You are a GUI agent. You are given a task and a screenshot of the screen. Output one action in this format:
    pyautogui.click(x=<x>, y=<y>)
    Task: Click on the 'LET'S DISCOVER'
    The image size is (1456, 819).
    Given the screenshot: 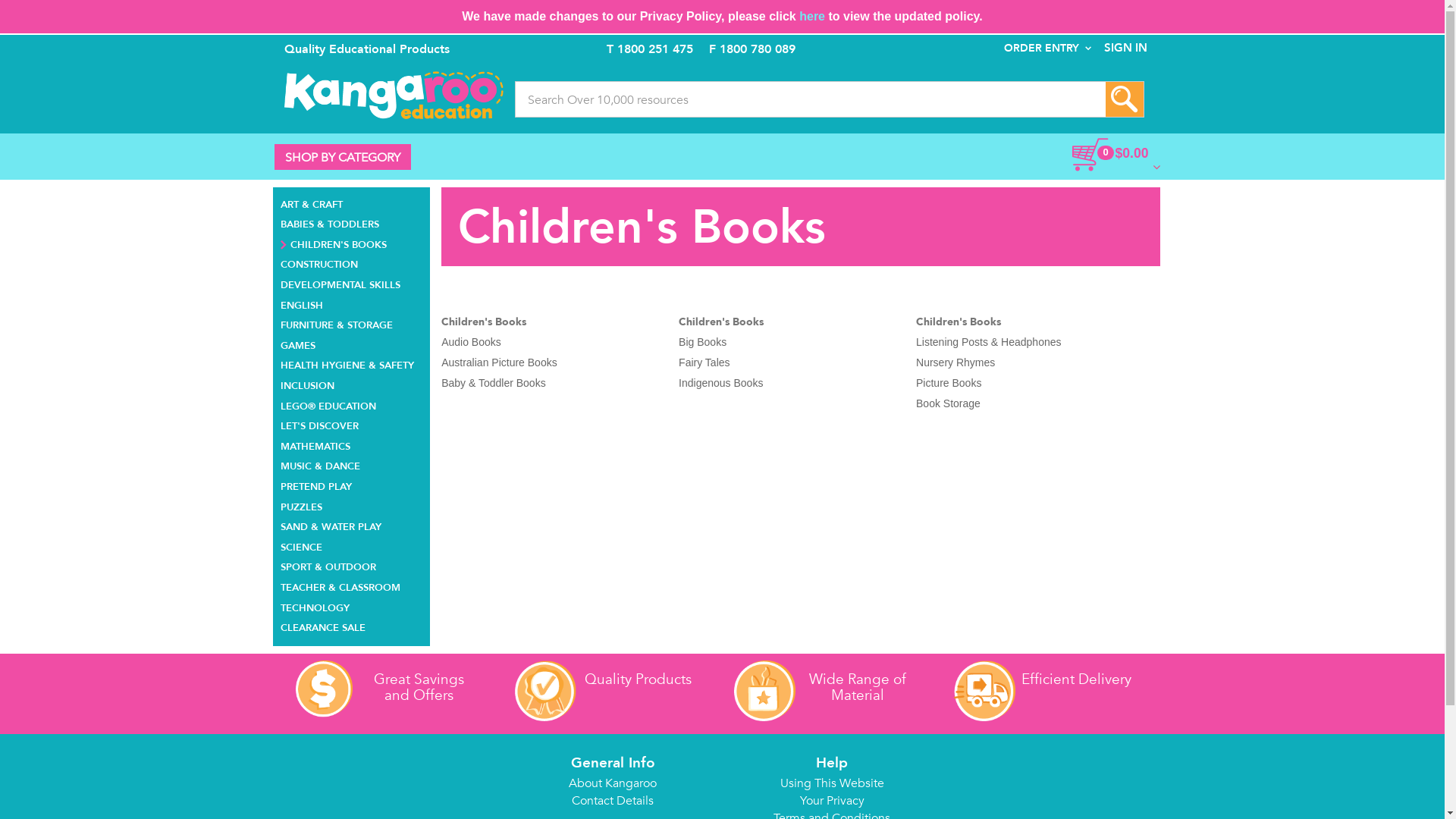 What is the action you would take?
    pyautogui.click(x=318, y=424)
    